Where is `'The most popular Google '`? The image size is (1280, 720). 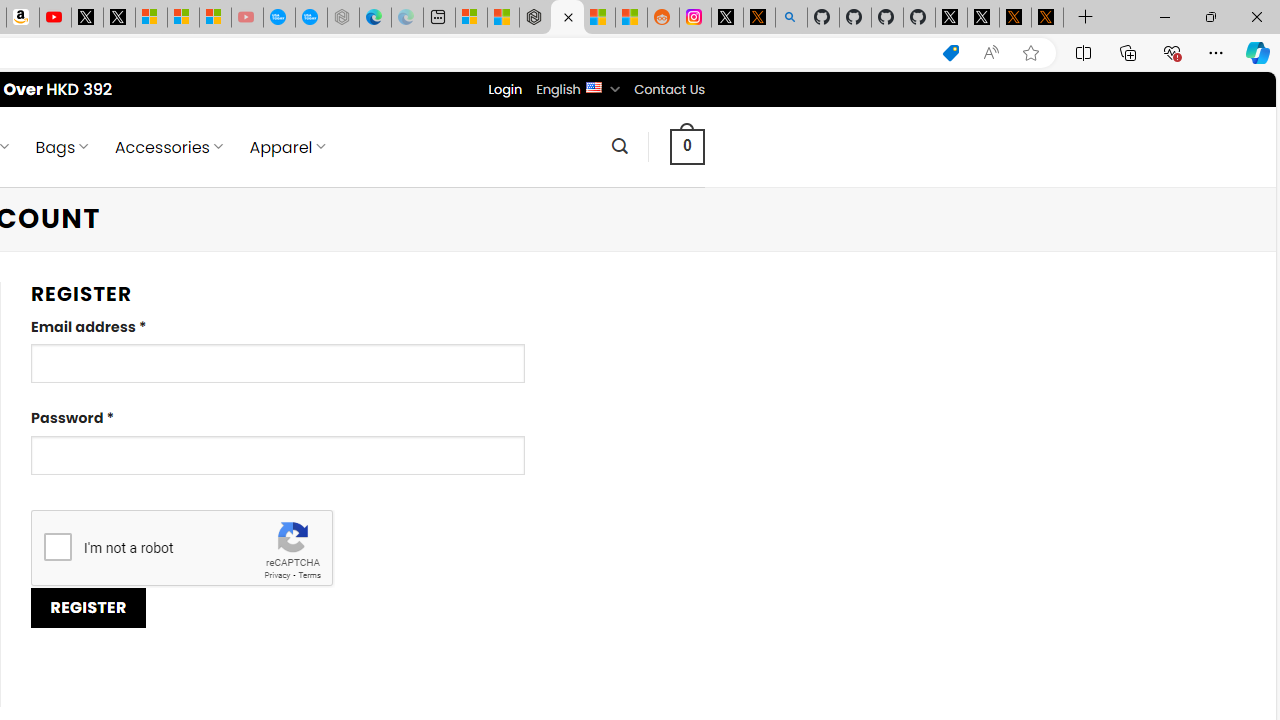 'The most popular Google ' is located at coordinates (310, 17).